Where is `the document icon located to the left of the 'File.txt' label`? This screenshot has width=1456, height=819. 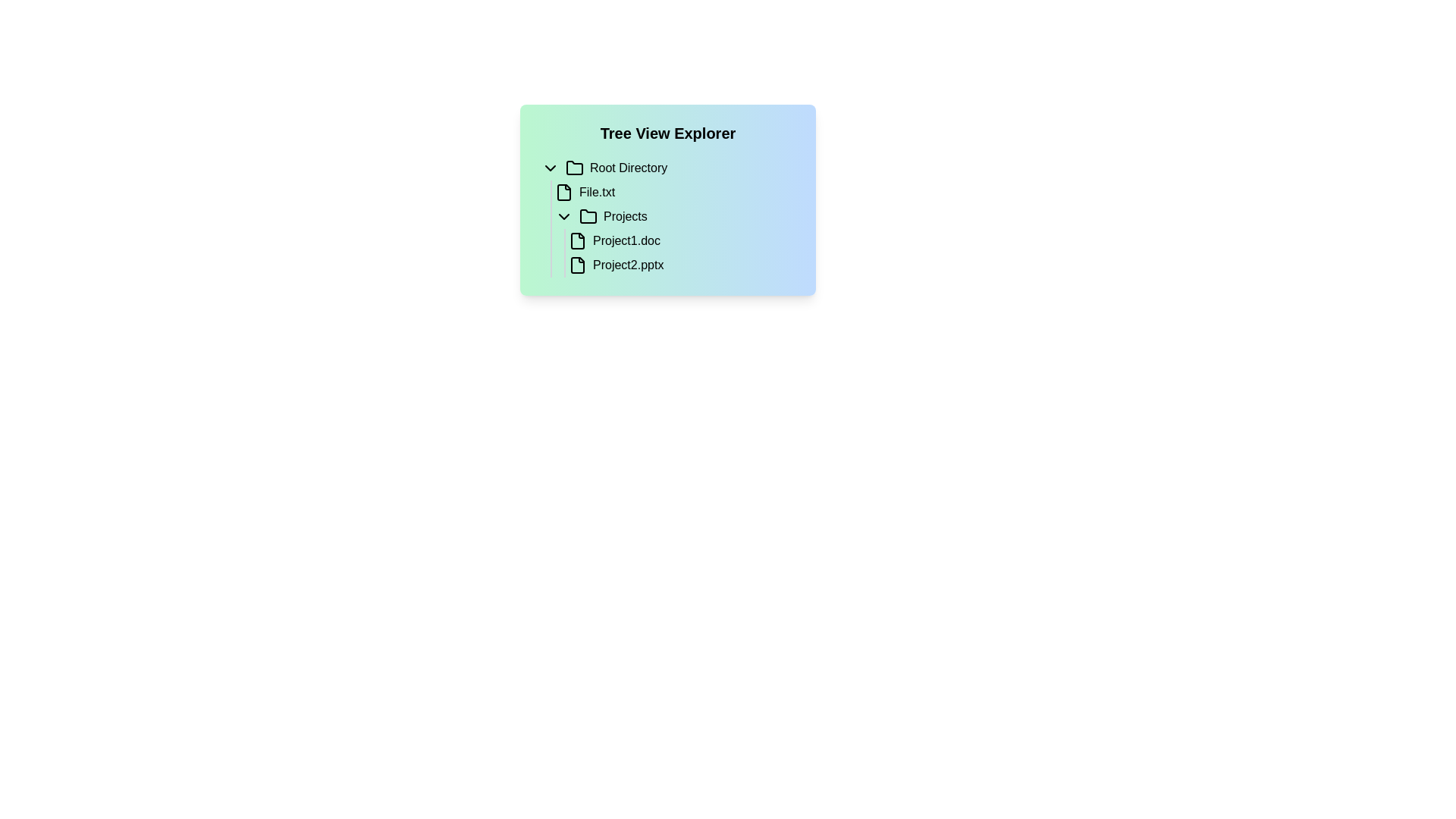
the document icon located to the left of the 'File.txt' label is located at coordinates (563, 192).